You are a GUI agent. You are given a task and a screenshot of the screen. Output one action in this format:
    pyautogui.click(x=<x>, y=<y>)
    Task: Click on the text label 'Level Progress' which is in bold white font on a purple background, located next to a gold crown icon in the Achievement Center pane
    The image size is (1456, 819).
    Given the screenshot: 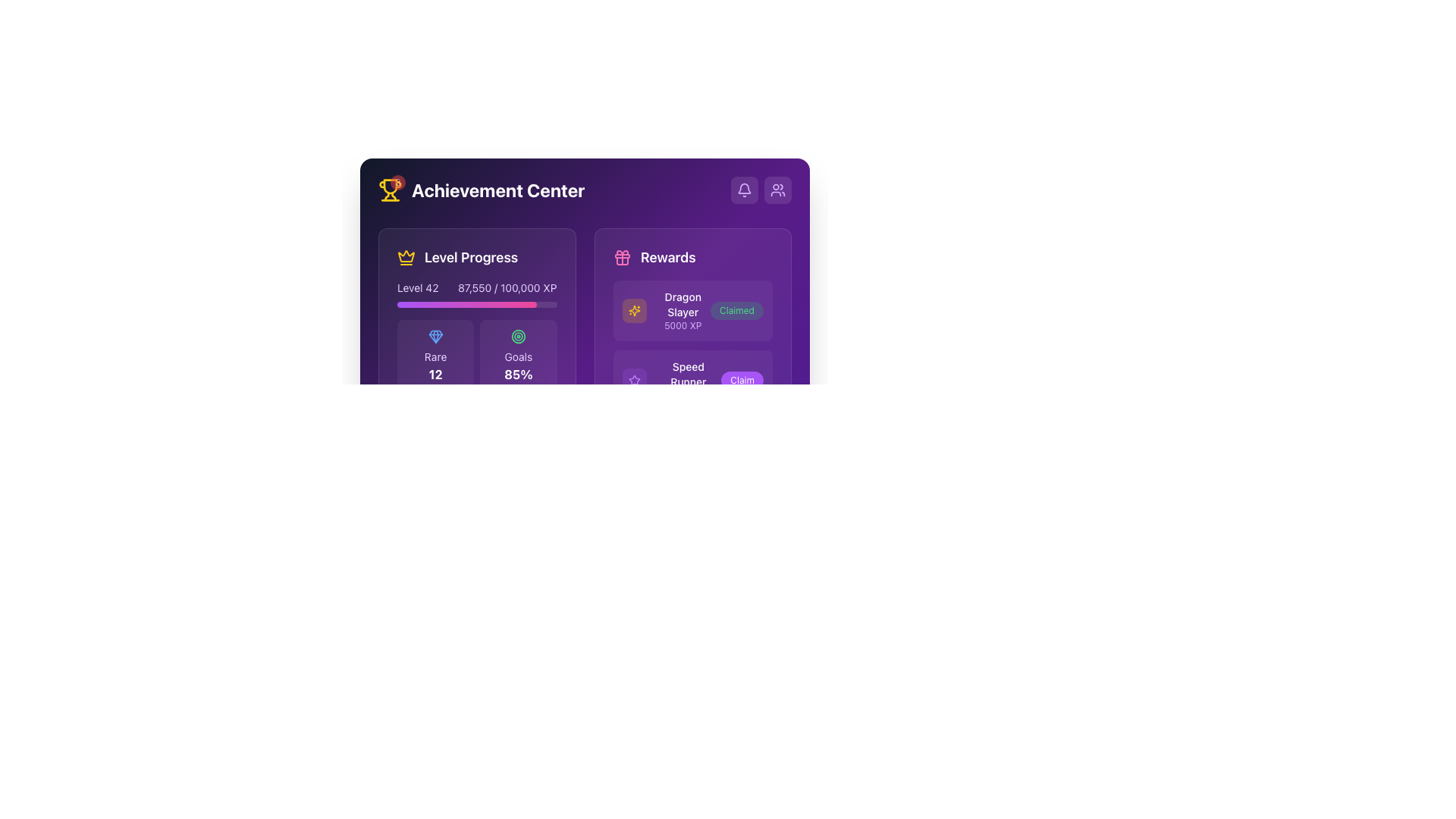 What is the action you would take?
    pyautogui.click(x=470, y=256)
    